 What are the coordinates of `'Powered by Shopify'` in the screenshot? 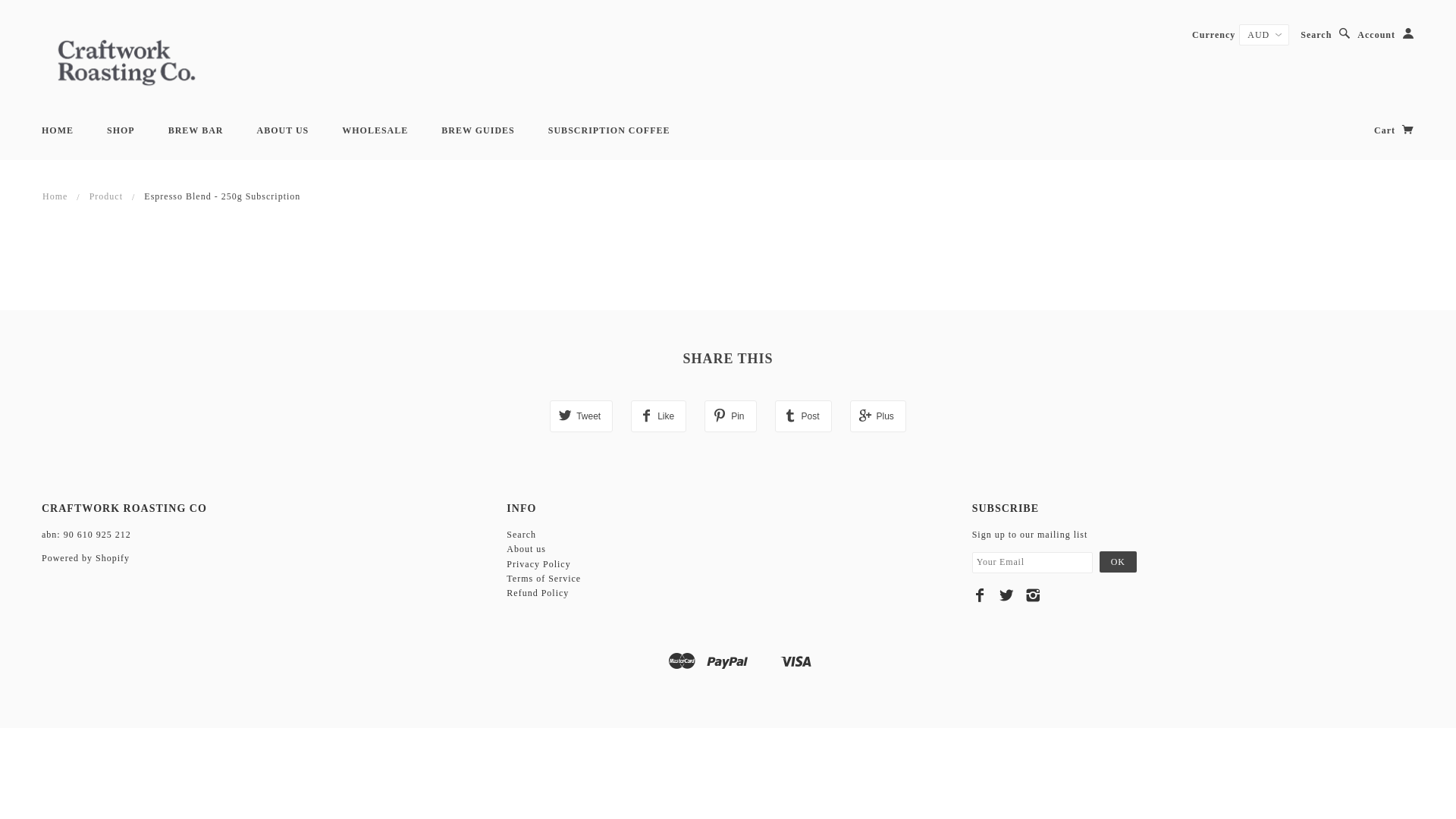 It's located at (41, 558).